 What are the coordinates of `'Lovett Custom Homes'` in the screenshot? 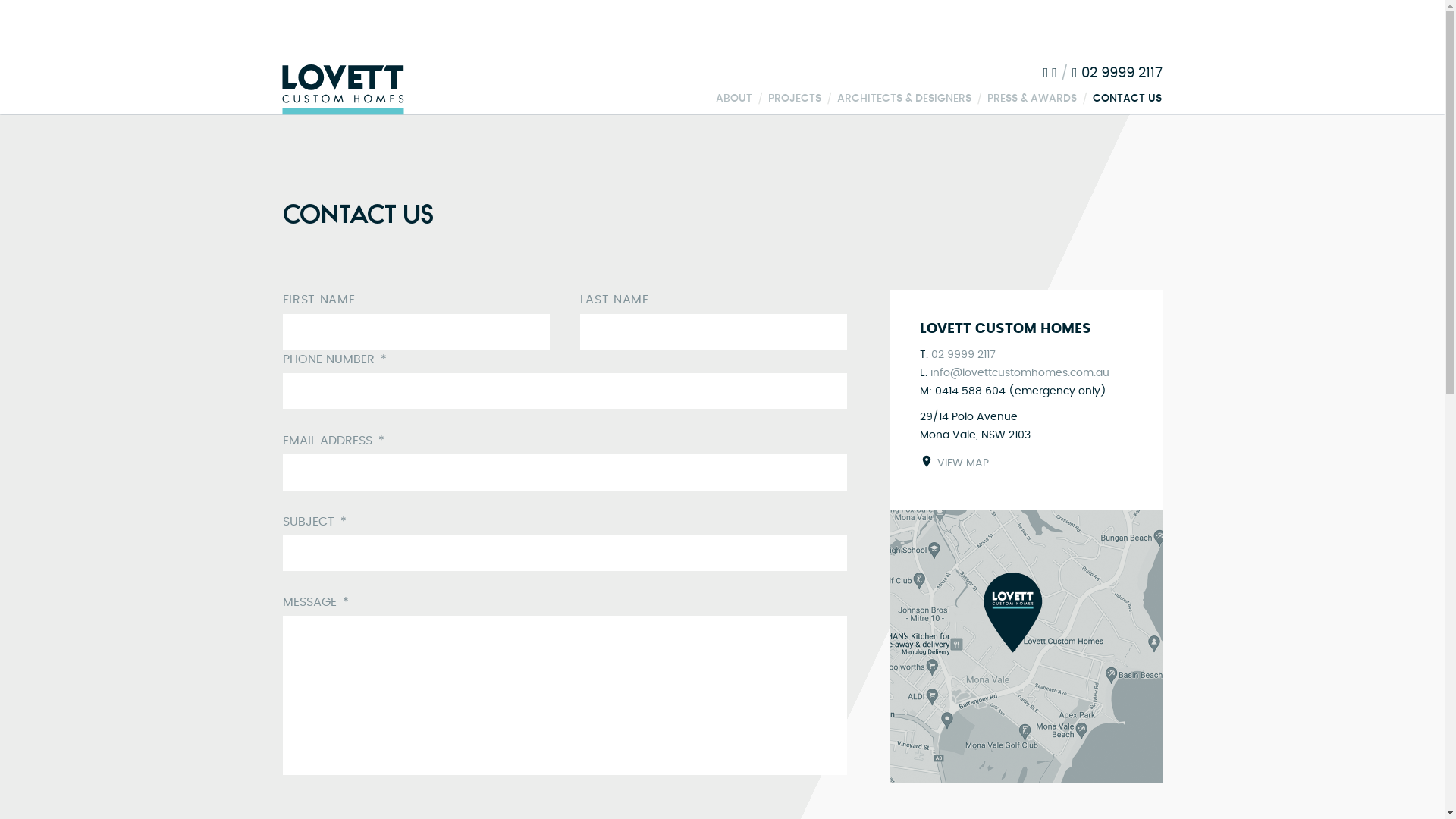 It's located at (344, 90).